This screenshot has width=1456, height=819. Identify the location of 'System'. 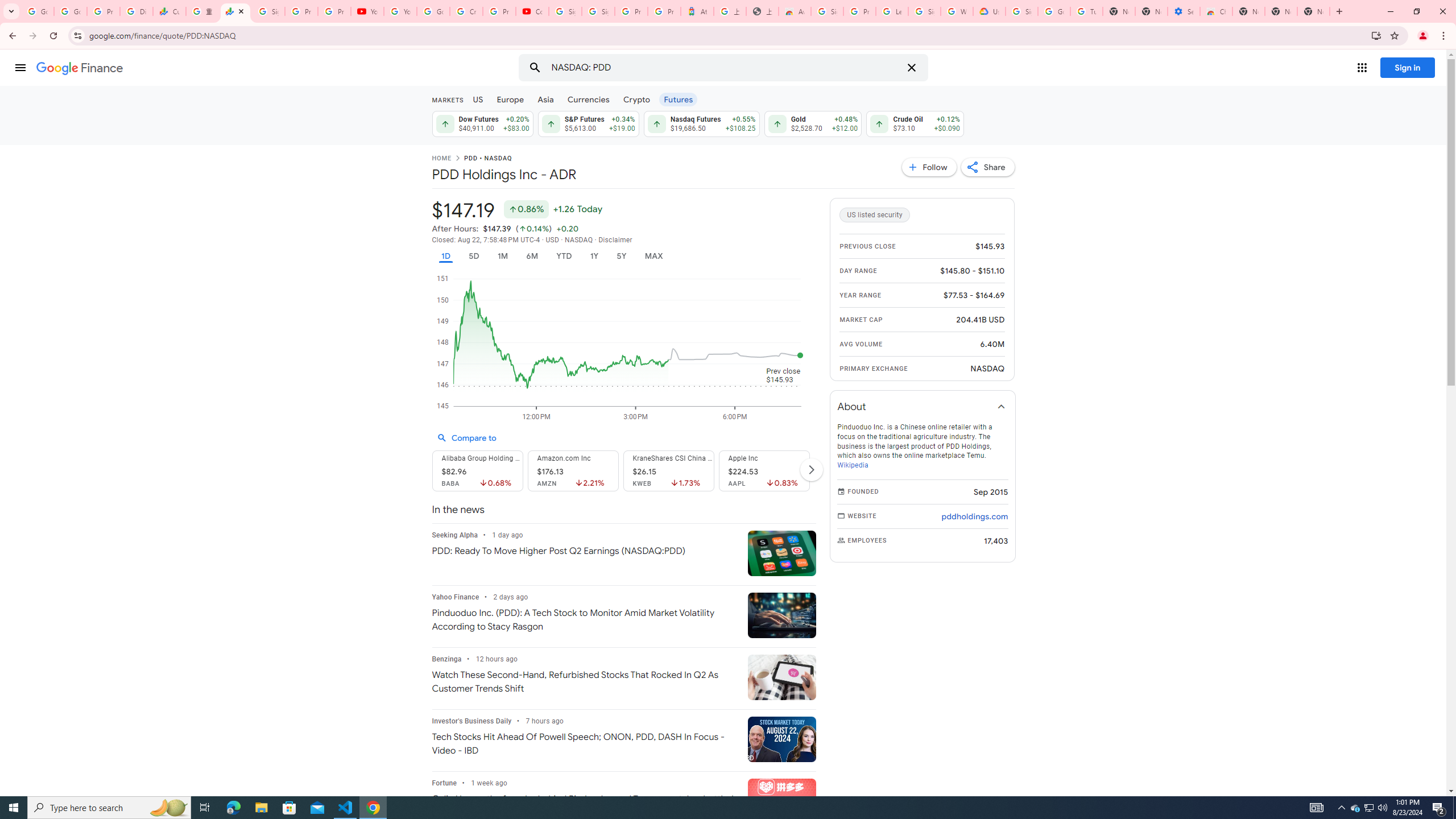
(6, 5).